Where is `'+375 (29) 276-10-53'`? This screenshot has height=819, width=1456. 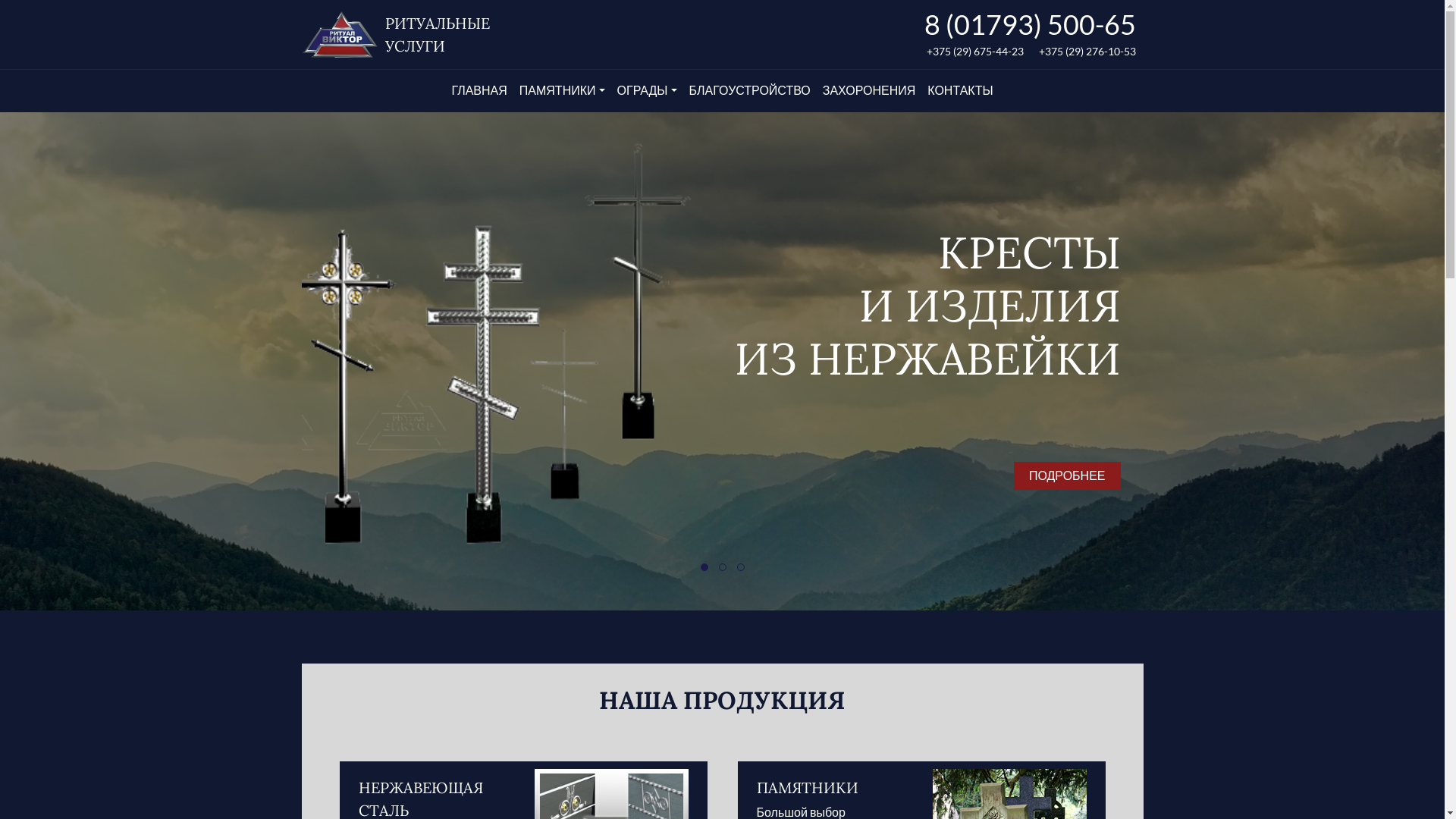 '+375 (29) 276-10-53' is located at coordinates (1087, 50).